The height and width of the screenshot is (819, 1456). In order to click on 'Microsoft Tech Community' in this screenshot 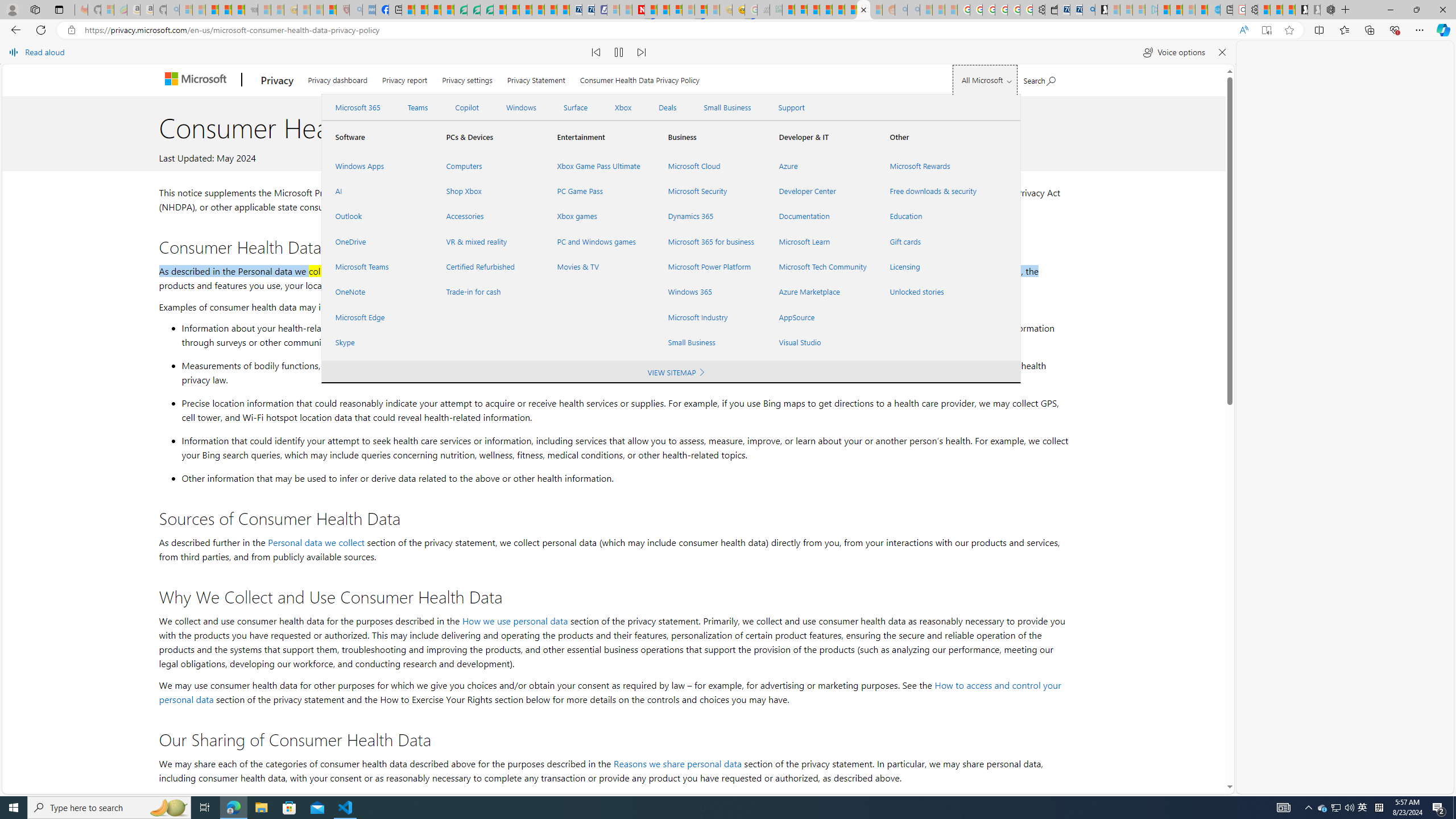, I will do `click(820, 266)`.